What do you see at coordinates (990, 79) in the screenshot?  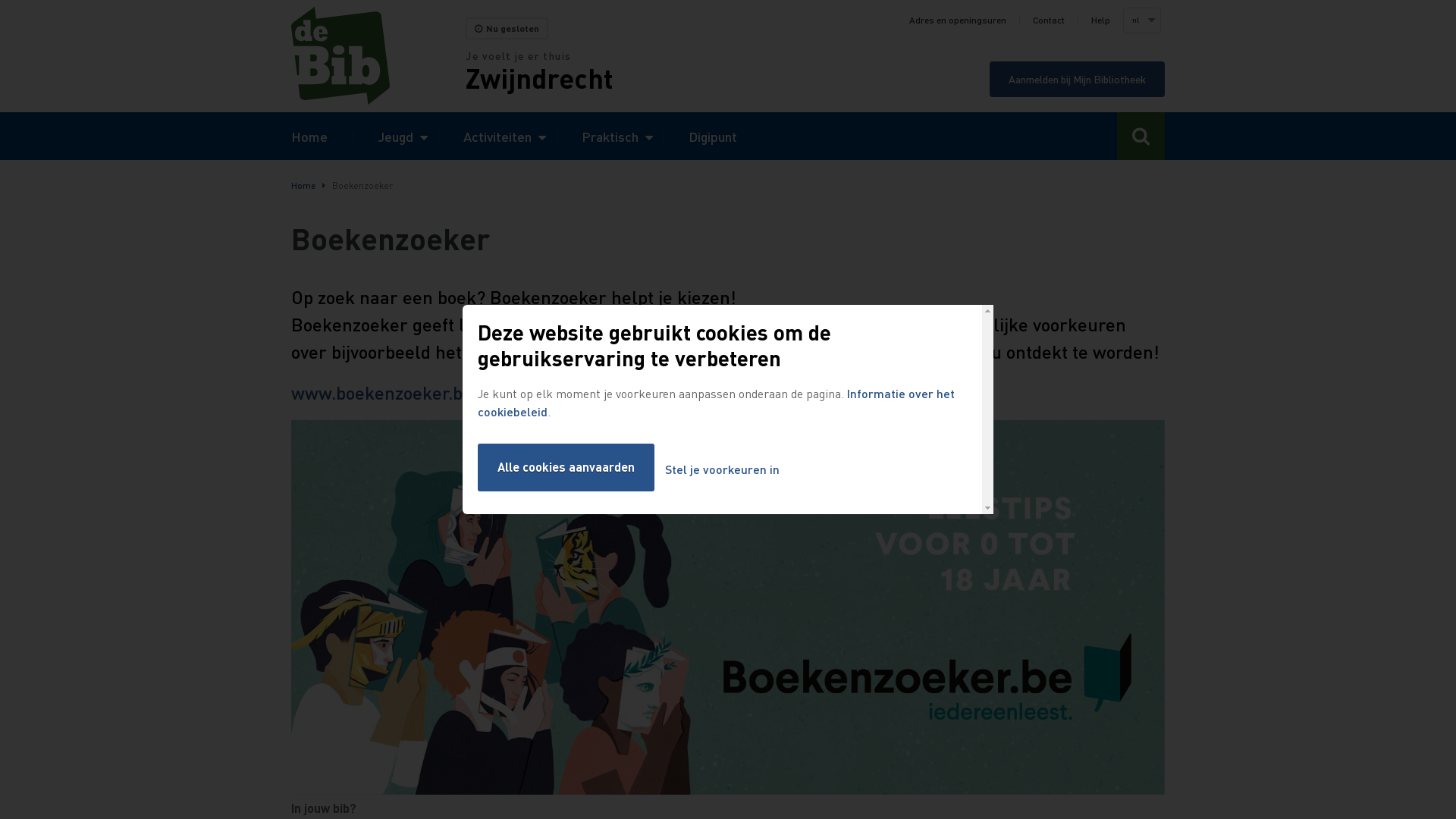 I see `'Aanmelden bij Mijn Bibliotheek'` at bounding box center [990, 79].